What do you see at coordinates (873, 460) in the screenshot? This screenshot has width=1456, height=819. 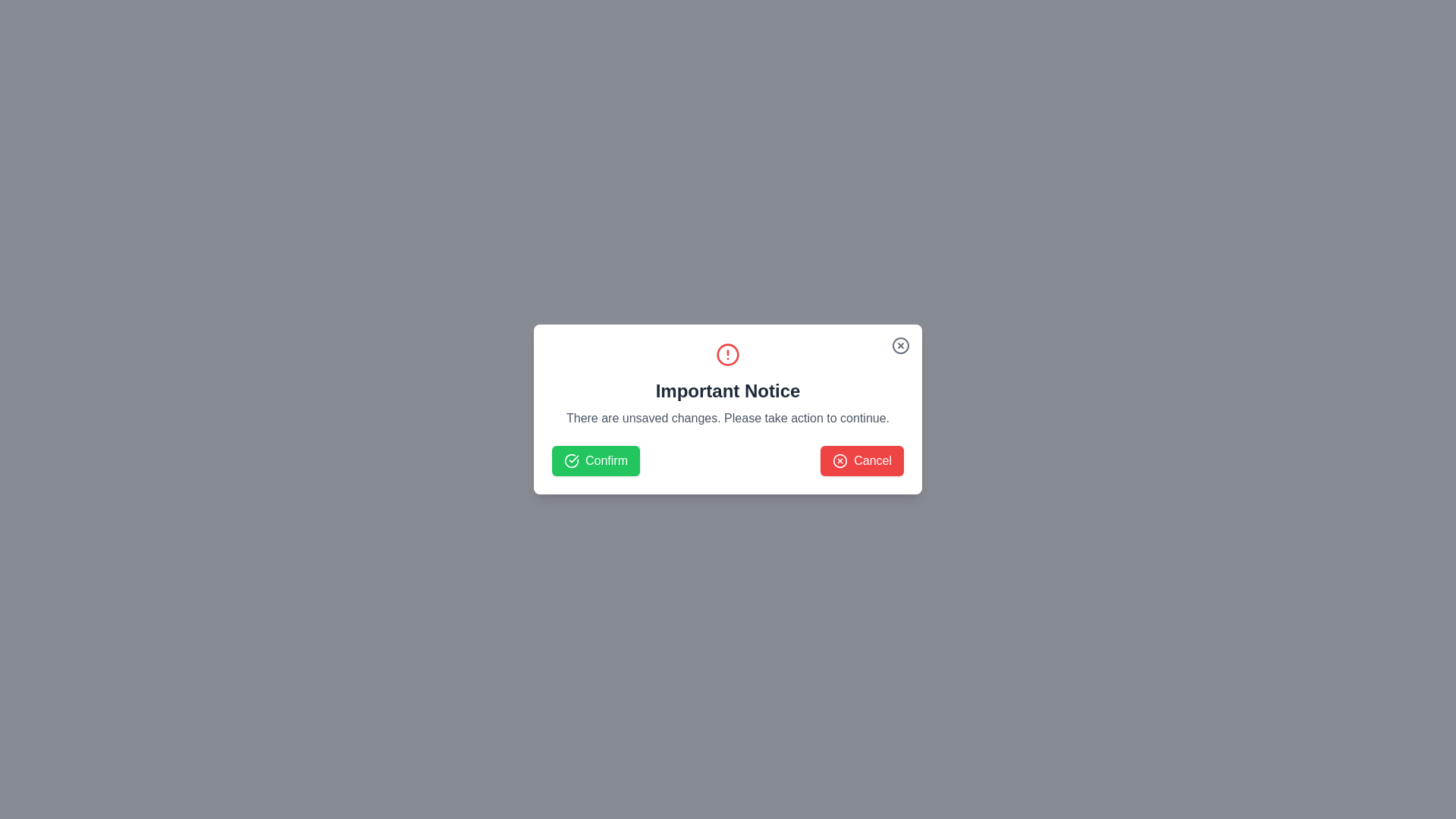 I see `the static text label on the red cancellation button located at the bottom-right of the modal dialog` at bounding box center [873, 460].